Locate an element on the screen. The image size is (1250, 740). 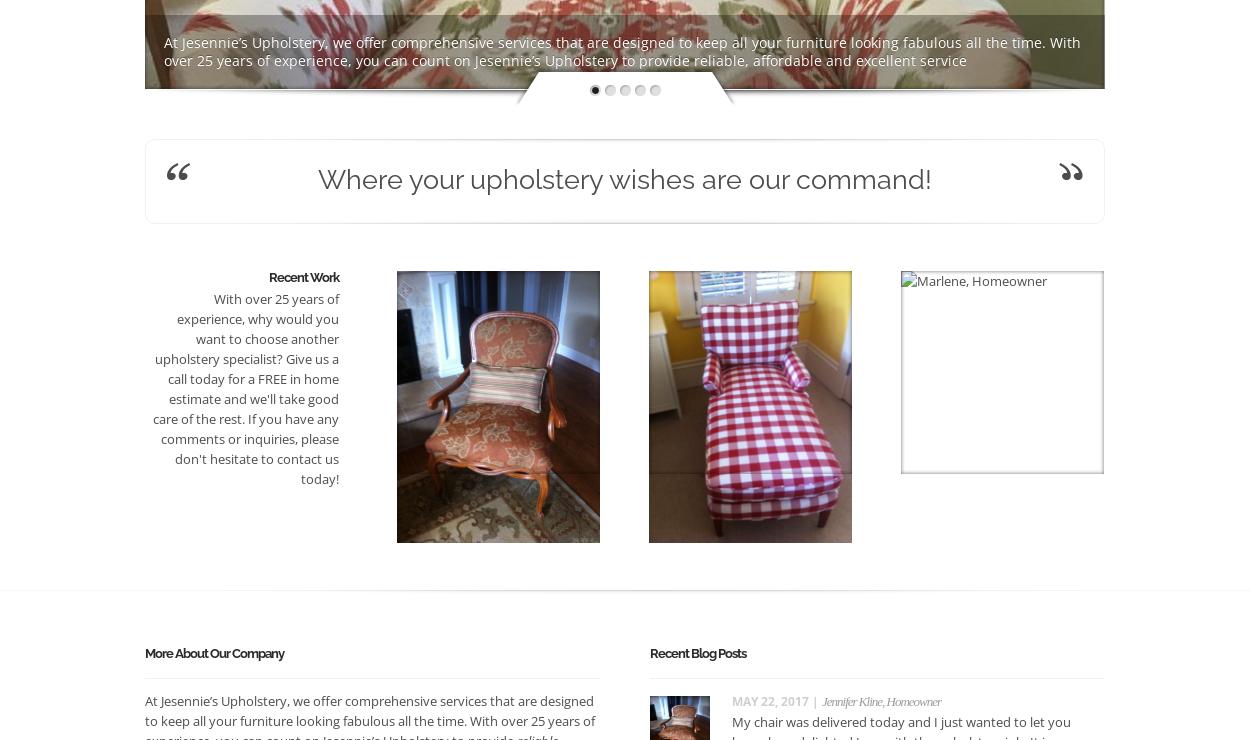
'Unique Custom Upholstery This sofa was re-upholstered We handle all in-home upholstery Recently upholstered ottoman  Our Services Include Exquisitely tailored, hand stitched slipcovers Upholstery Upholstery of slipcovers for dining room chairs Window cushions Pillows Cushion repair Sofa slipcovers Wing chair upholstery Chaise...' is located at coordinates (619, 41).